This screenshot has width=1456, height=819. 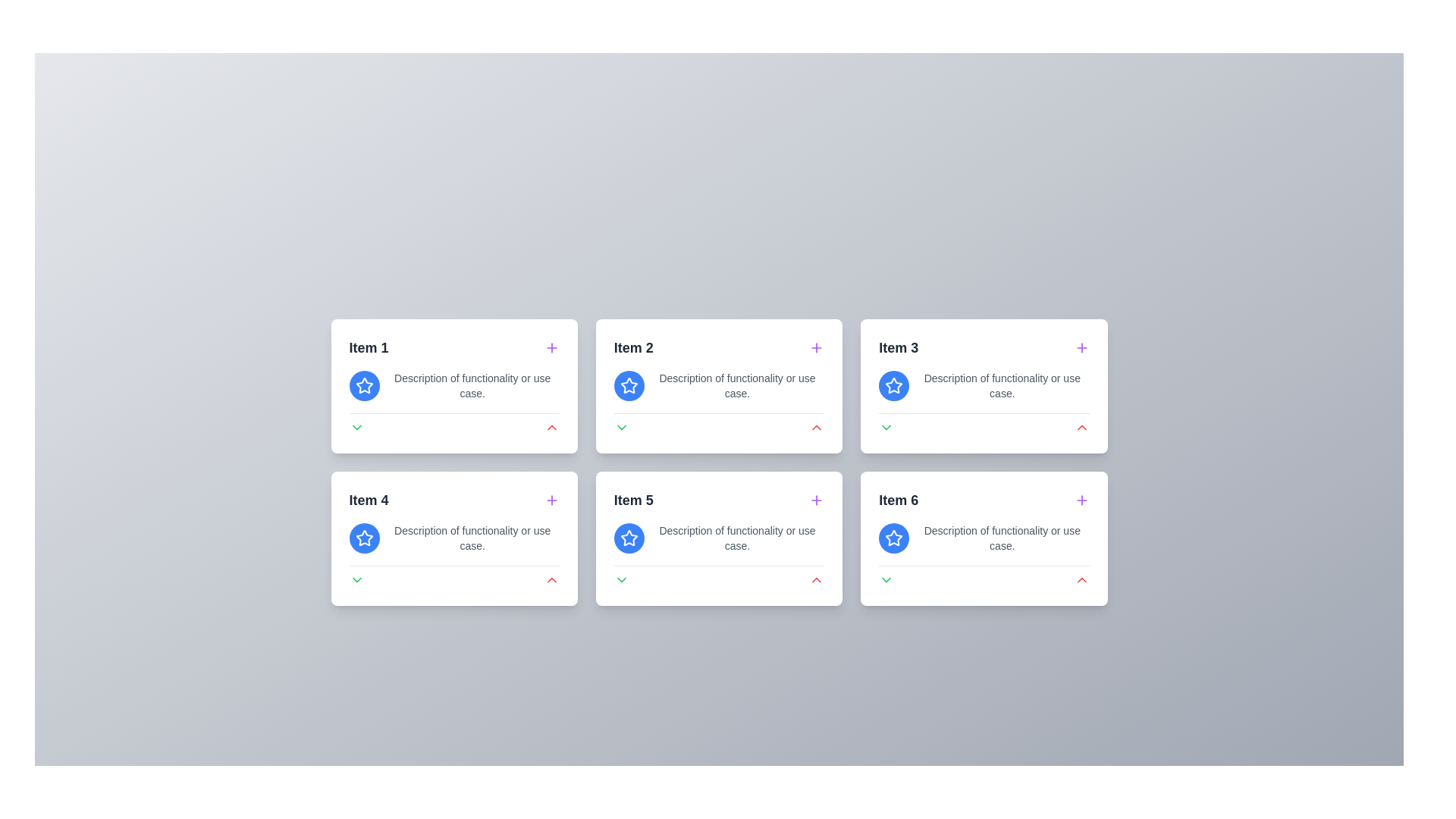 I want to click on the small upward-pointing red chevron button located in the bottom section of the card labeled 'Item 3', so click(x=1081, y=427).